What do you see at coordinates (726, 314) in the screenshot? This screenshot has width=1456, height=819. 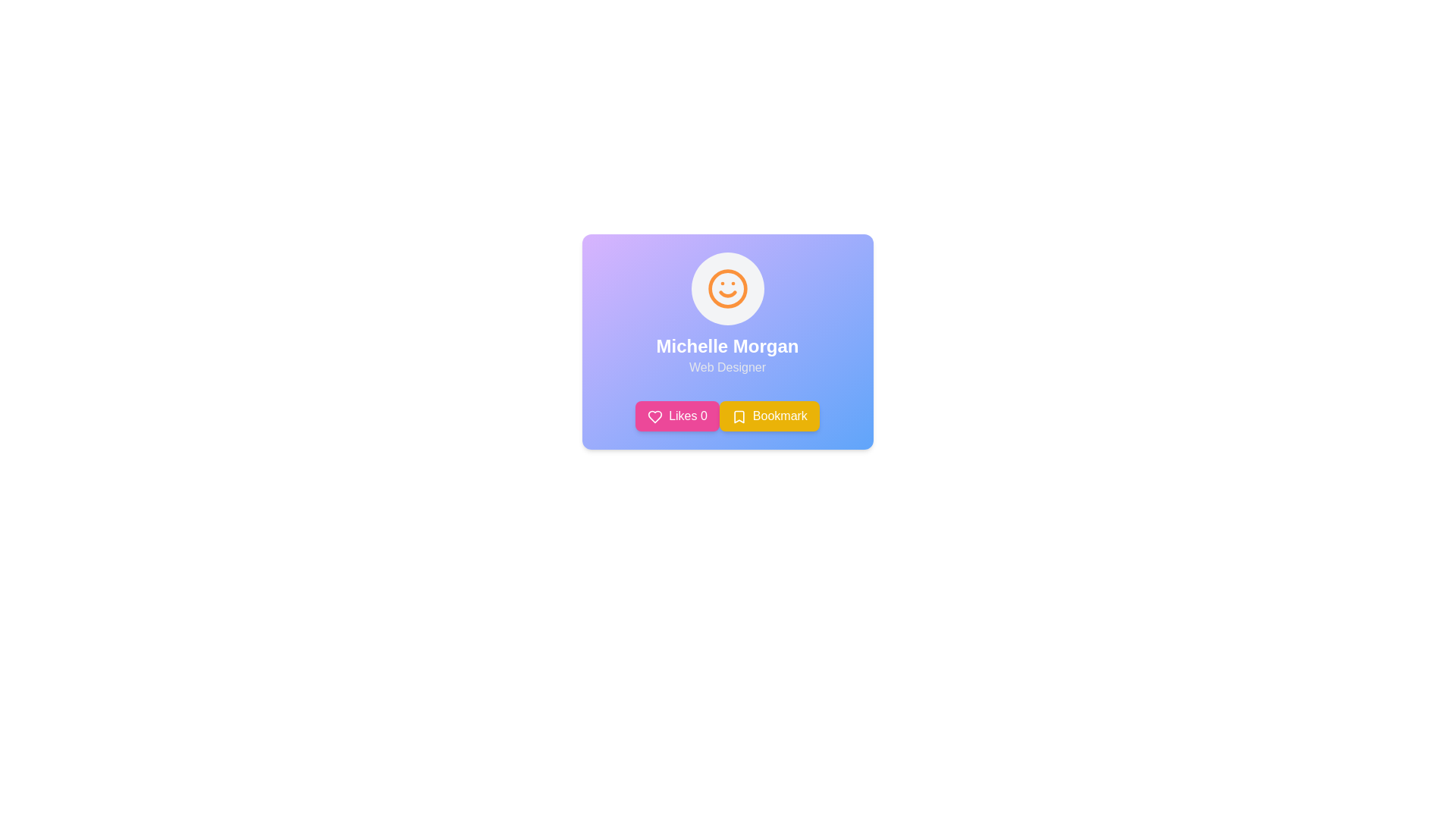 I see `the Profile Header Block featuring a circular smiley face icon, the name 'Michelle Morgan' in bold white font, and the designation 'Web Designer' in lighter gray font` at bounding box center [726, 314].